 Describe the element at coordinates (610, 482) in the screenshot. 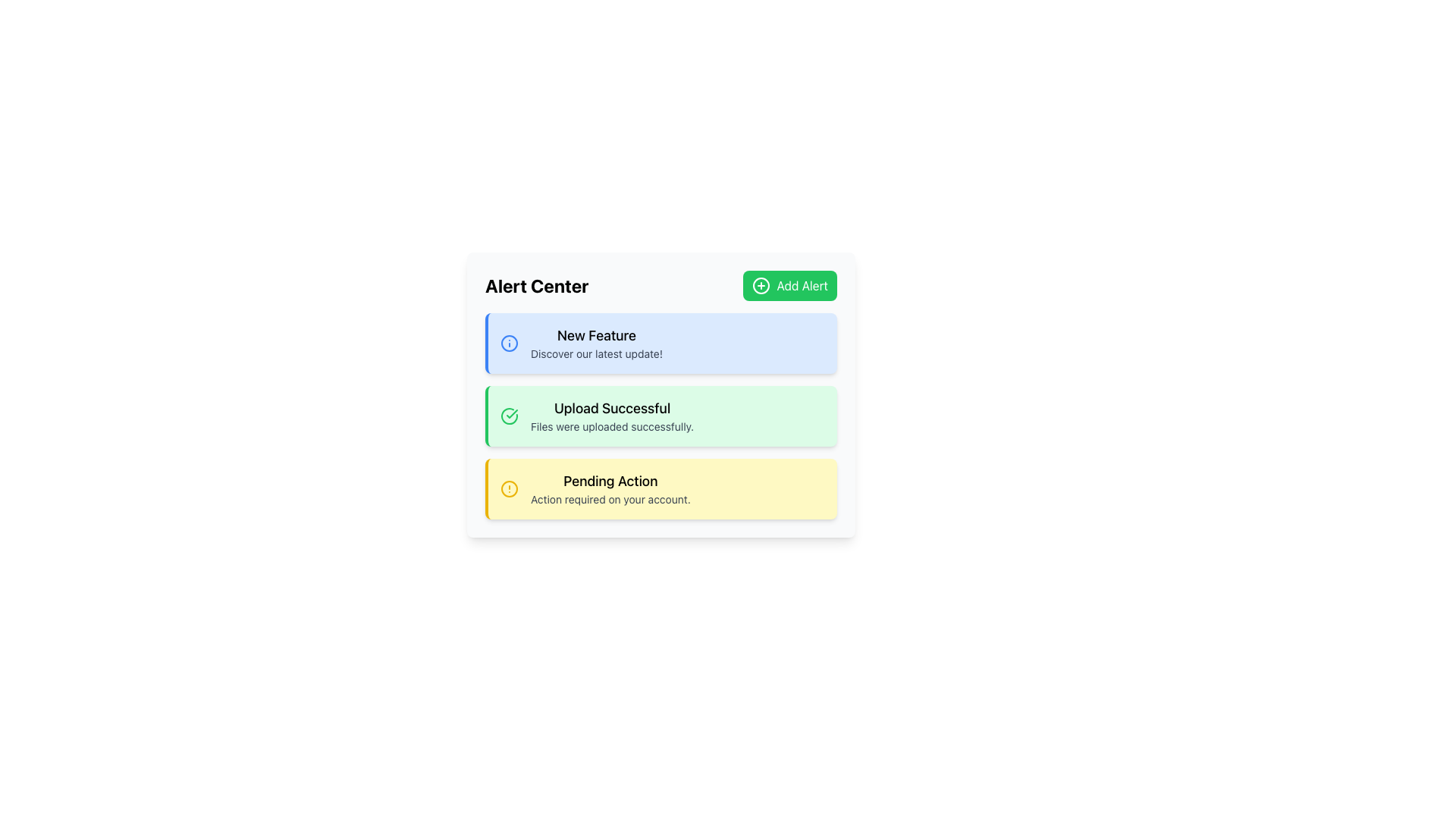

I see `the text element displaying 'Pending Action' located on the top portion of the yellow card, which is the last of three vertical cards in the interface` at that location.